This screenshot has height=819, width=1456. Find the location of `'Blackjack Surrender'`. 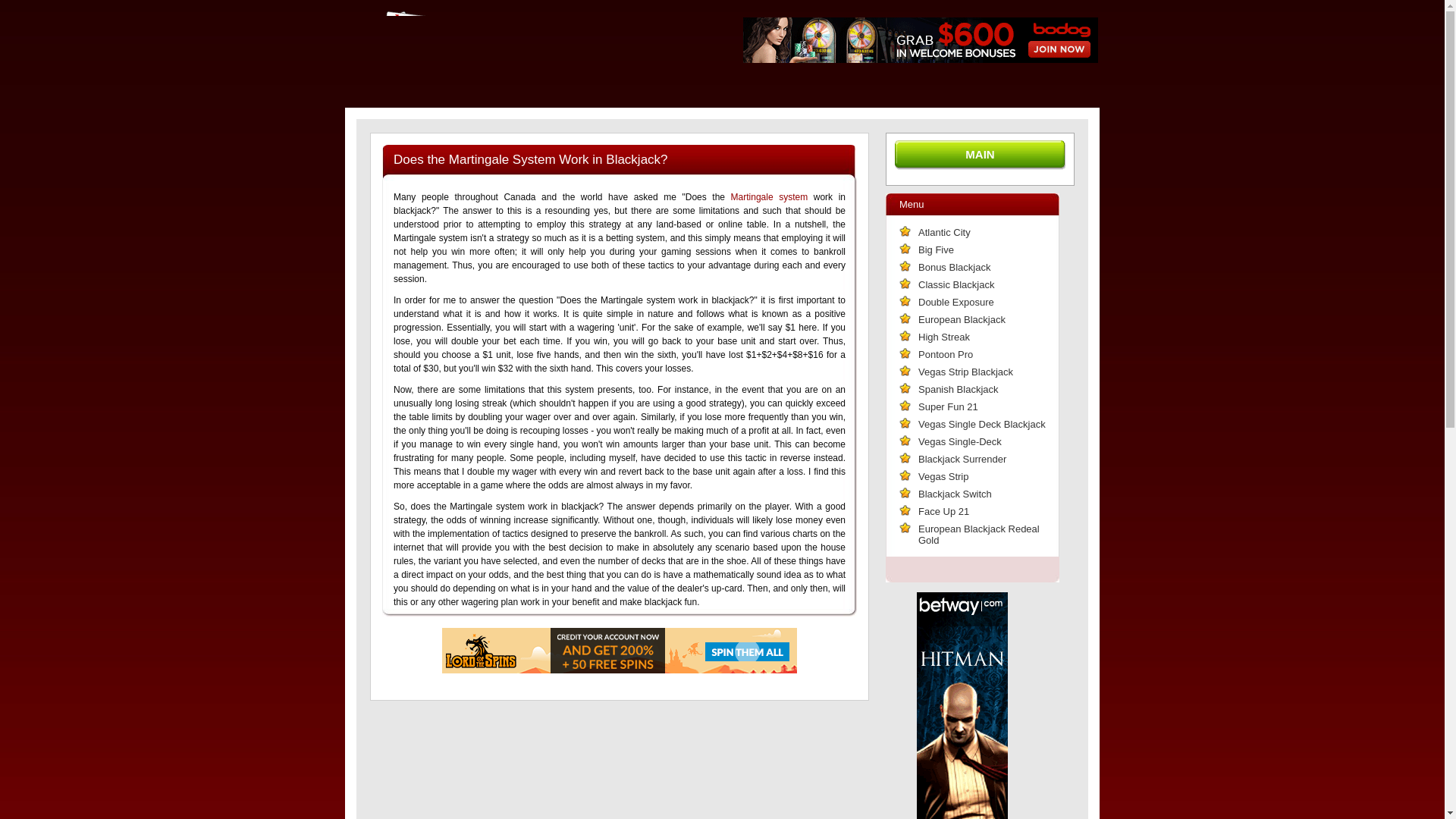

'Blackjack Surrender' is located at coordinates (917, 458).